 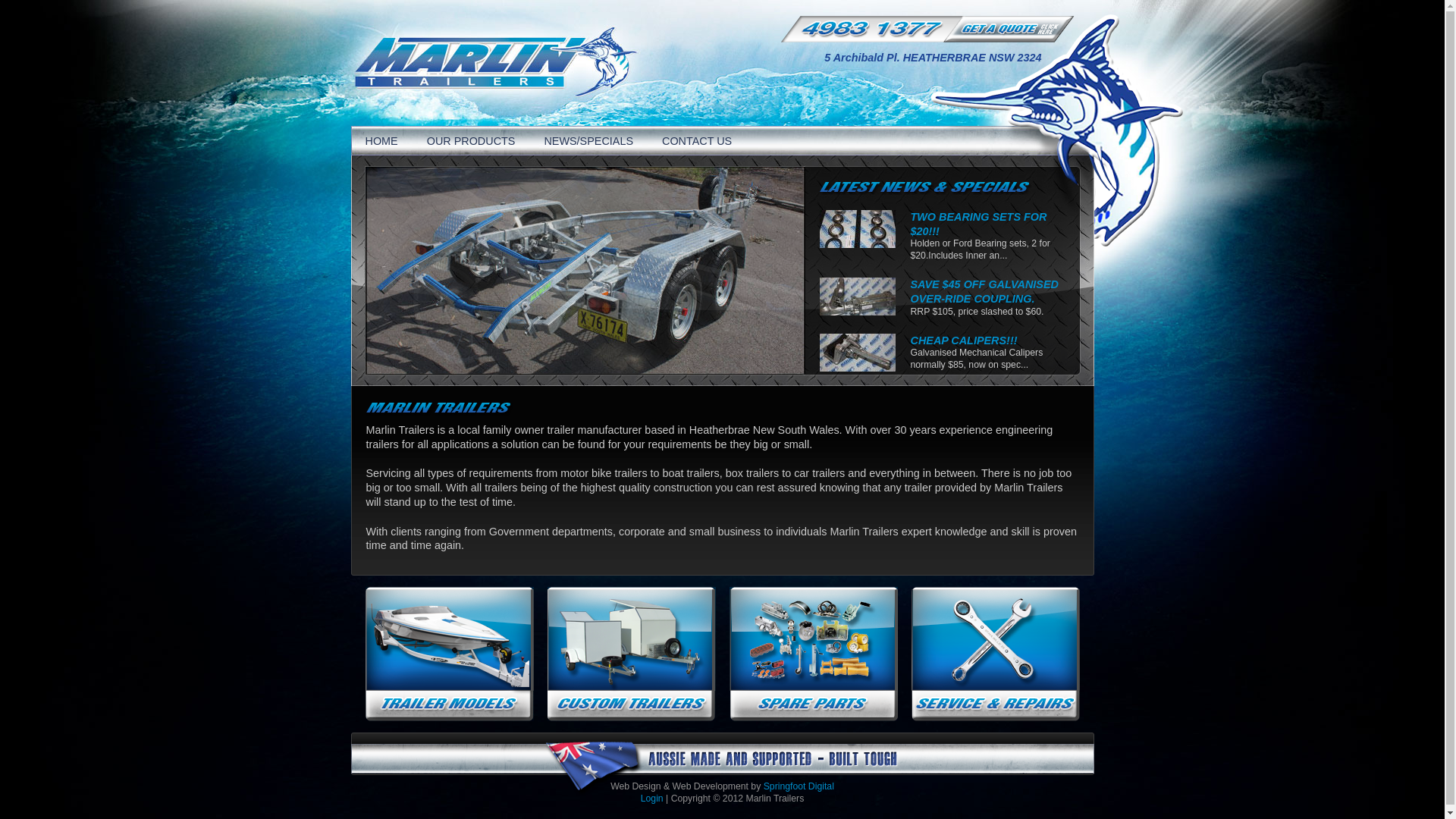 What do you see at coordinates (632, 653) in the screenshot?
I see `'Custom Trailers'` at bounding box center [632, 653].